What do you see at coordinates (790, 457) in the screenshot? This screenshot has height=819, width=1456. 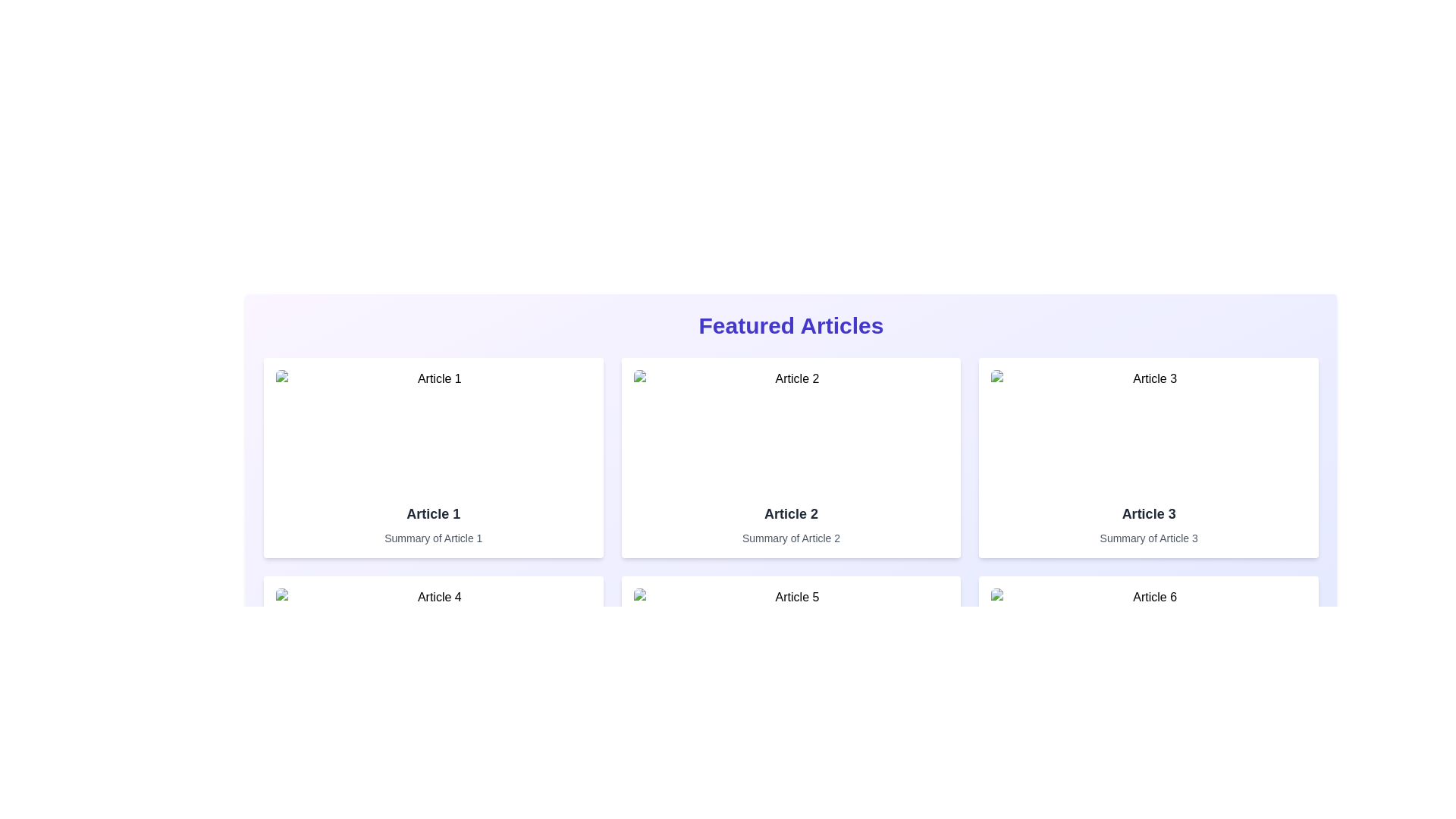 I see `to select the Card component representing the article preview labeled 'Article 2', which is the second card in a grid layout of articles` at bounding box center [790, 457].